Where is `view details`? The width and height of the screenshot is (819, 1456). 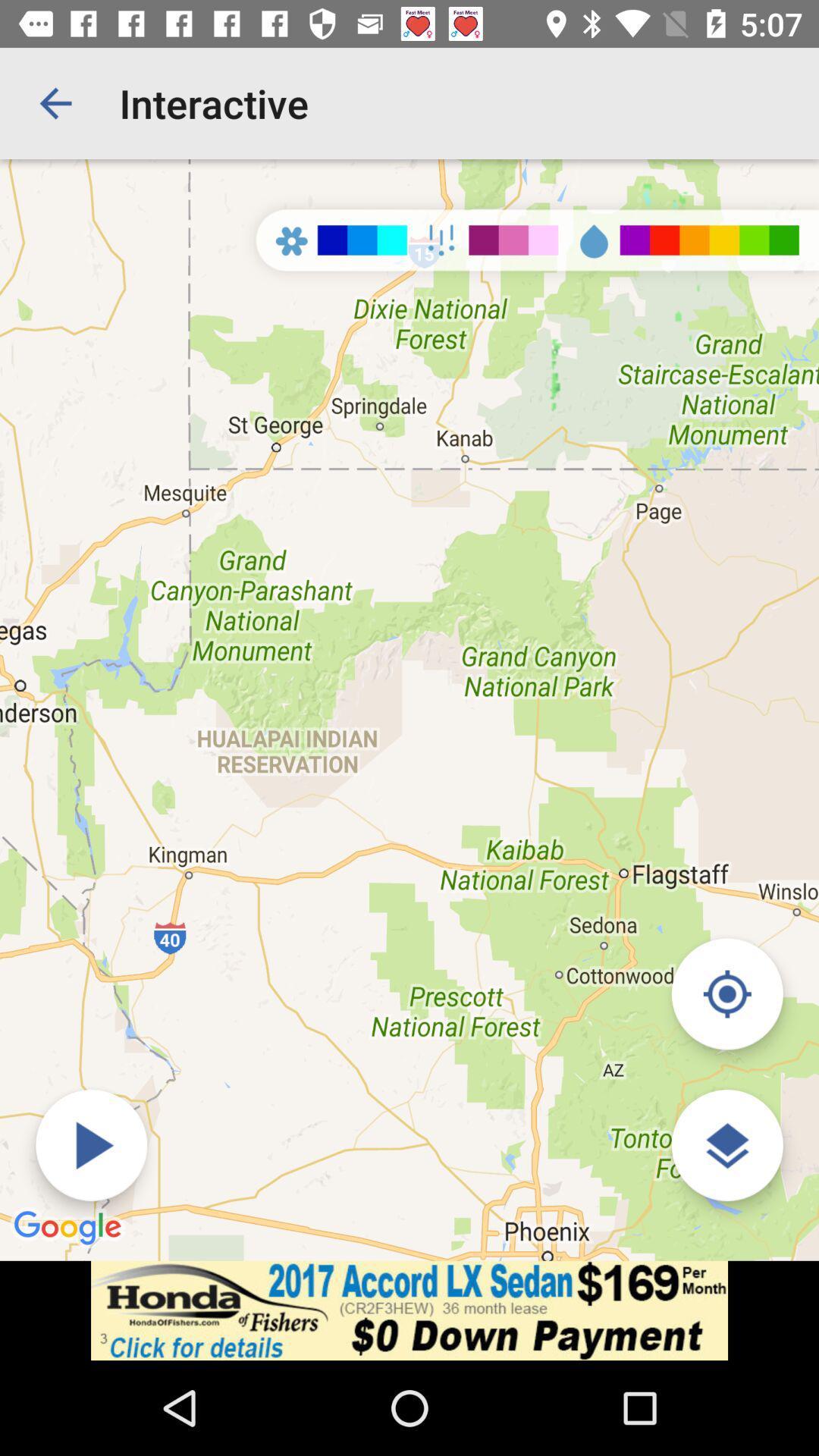
view details is located at coordinates (726, 1145).